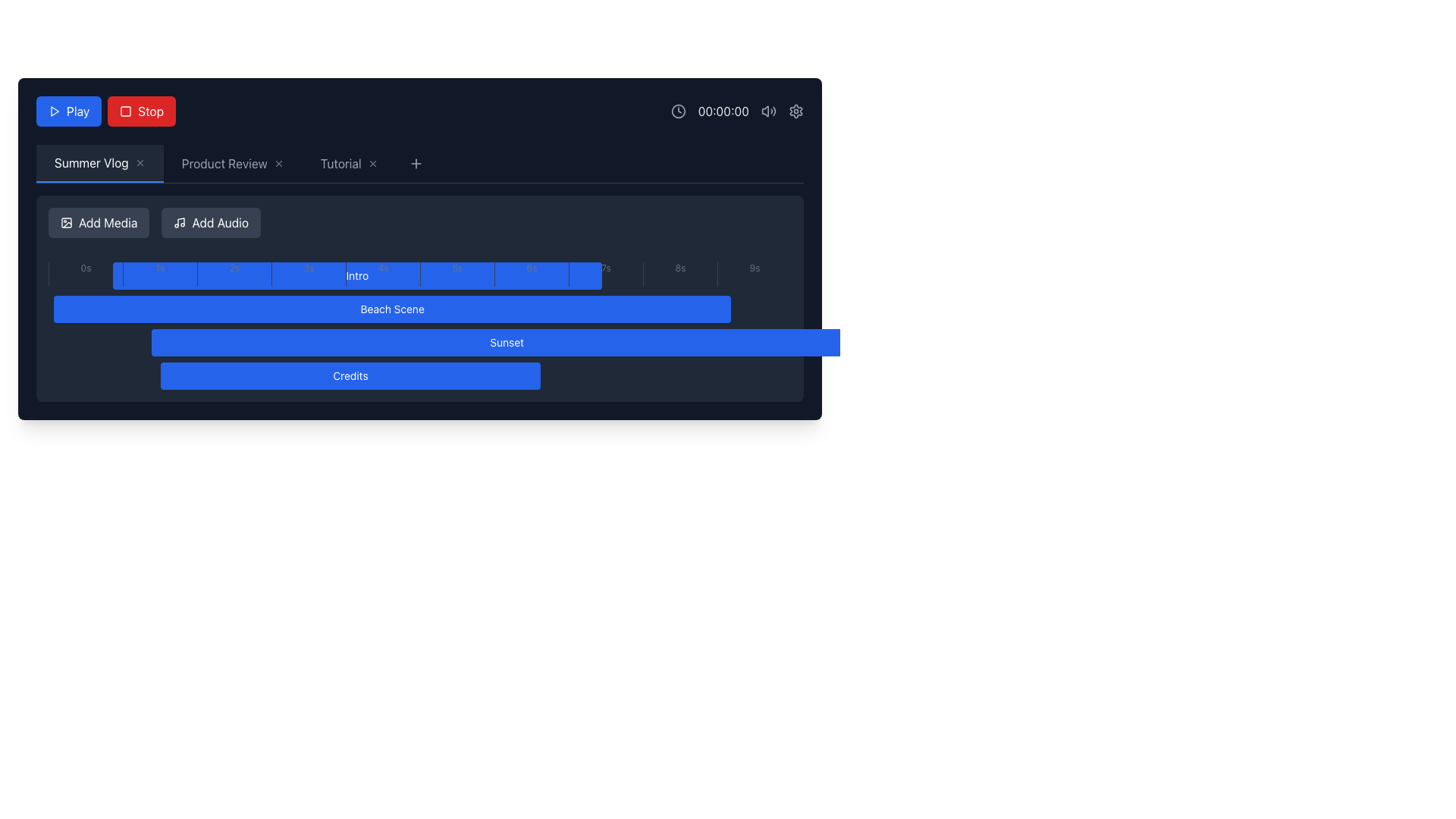 The image size is (1456, 819). What do you see at coordinates (416, 164) in the screenshot?
I see `the 'plus' icon button located at the far right end of the tab interface` at bounding box center [416, 164].